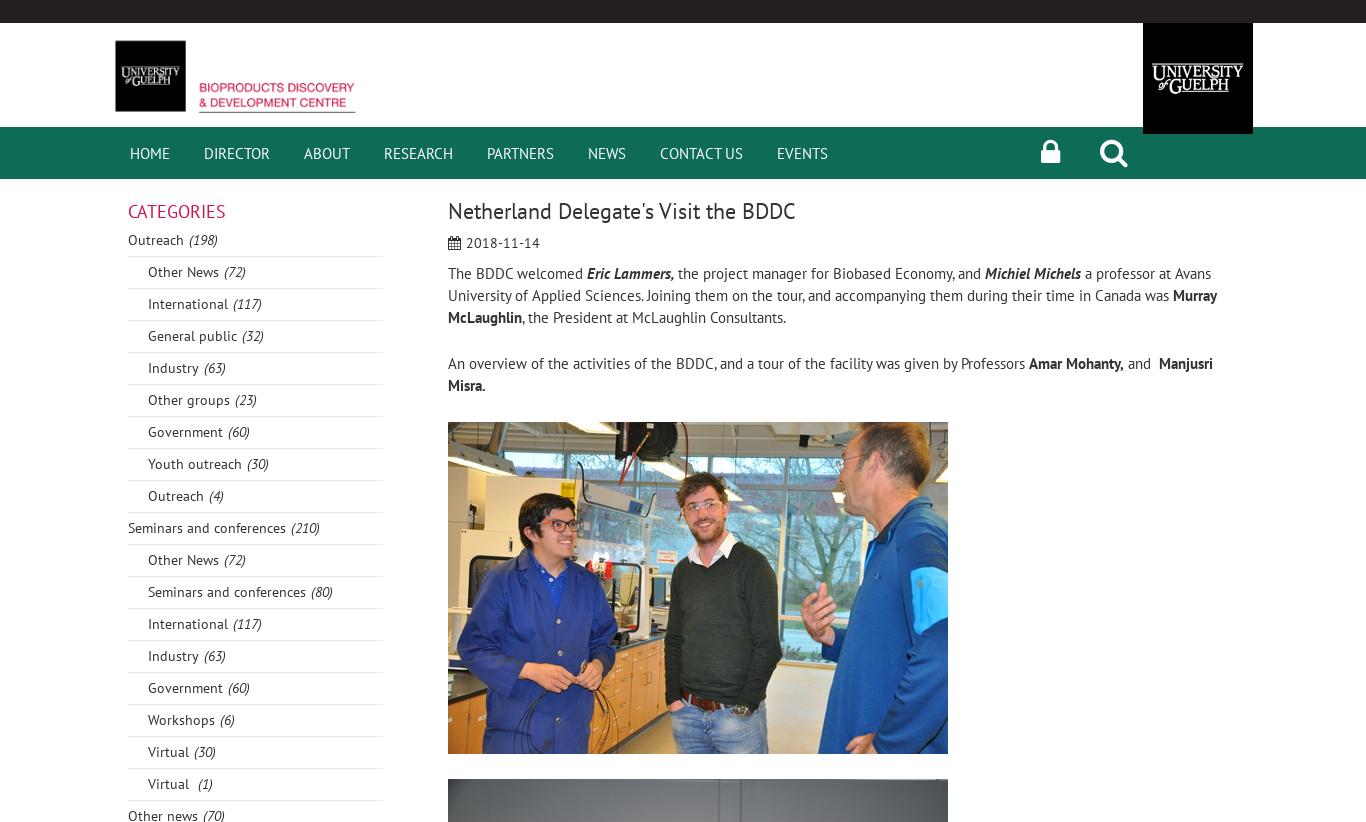 The width and height of the screenshot is (1366, 822). I want to click on '(6)', so click(226, 719).